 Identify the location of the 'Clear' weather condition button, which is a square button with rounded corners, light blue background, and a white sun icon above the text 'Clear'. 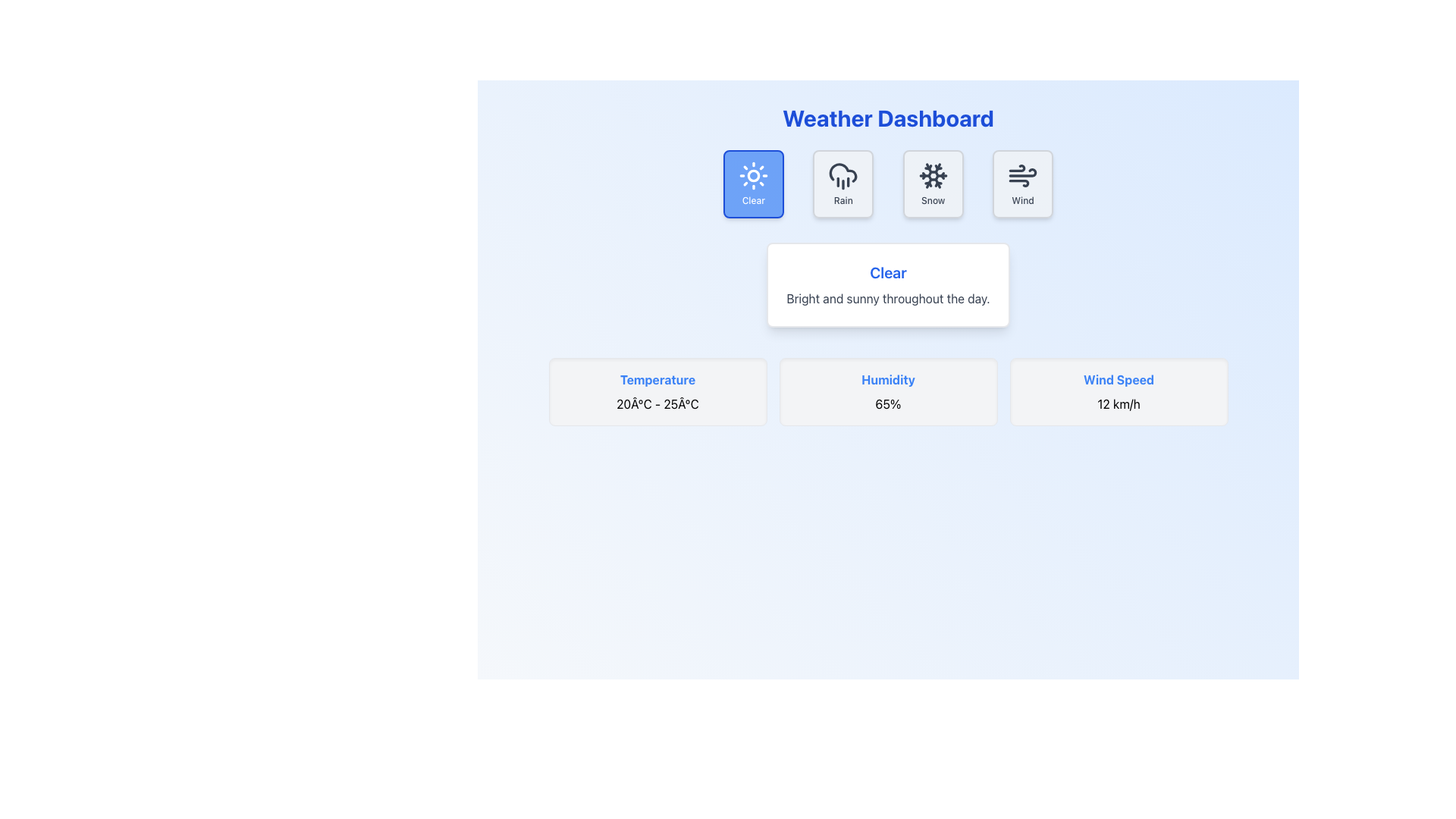
(753, 184).